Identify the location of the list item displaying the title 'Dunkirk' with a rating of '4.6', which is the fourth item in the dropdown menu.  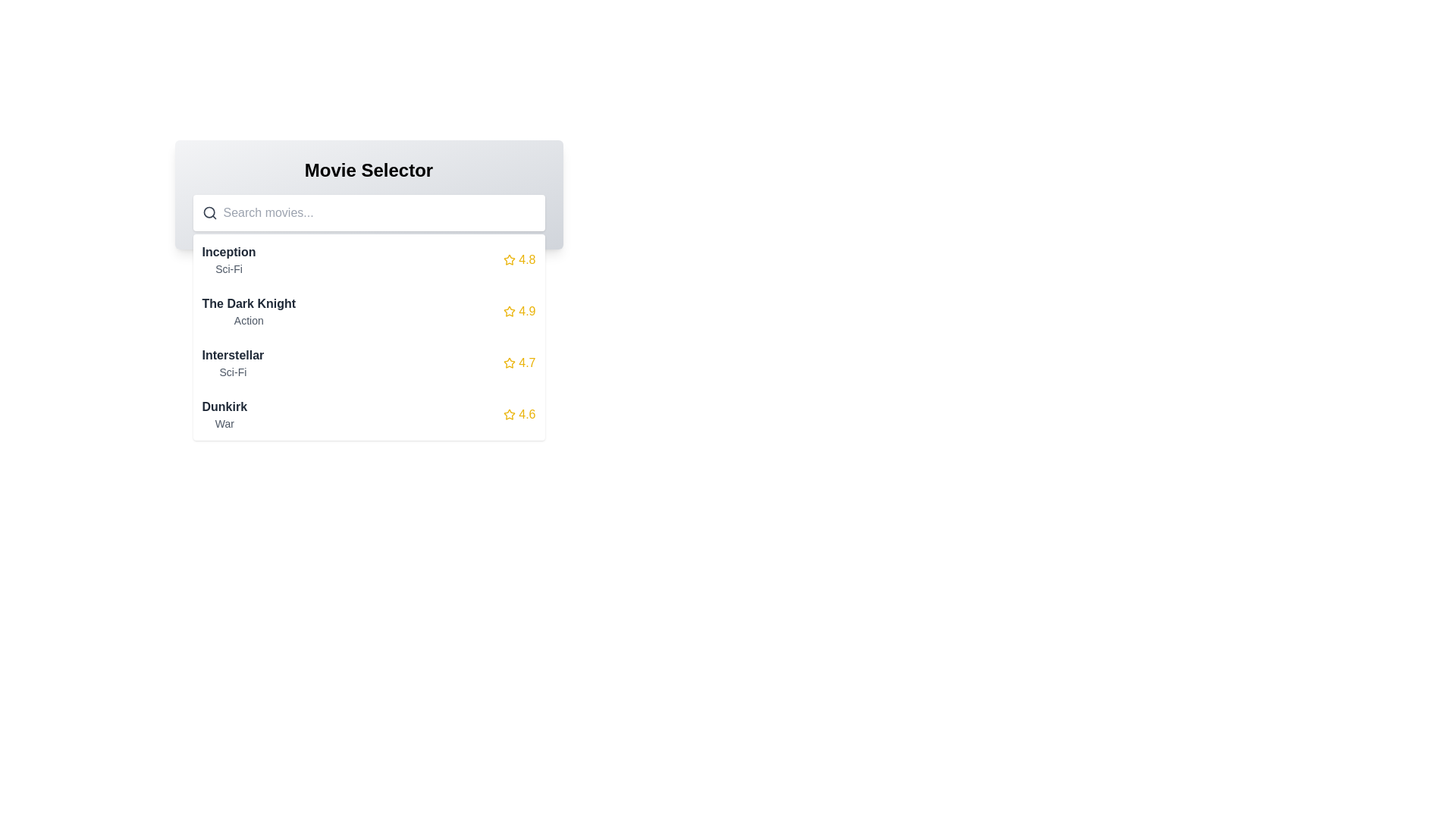
(369, 415).